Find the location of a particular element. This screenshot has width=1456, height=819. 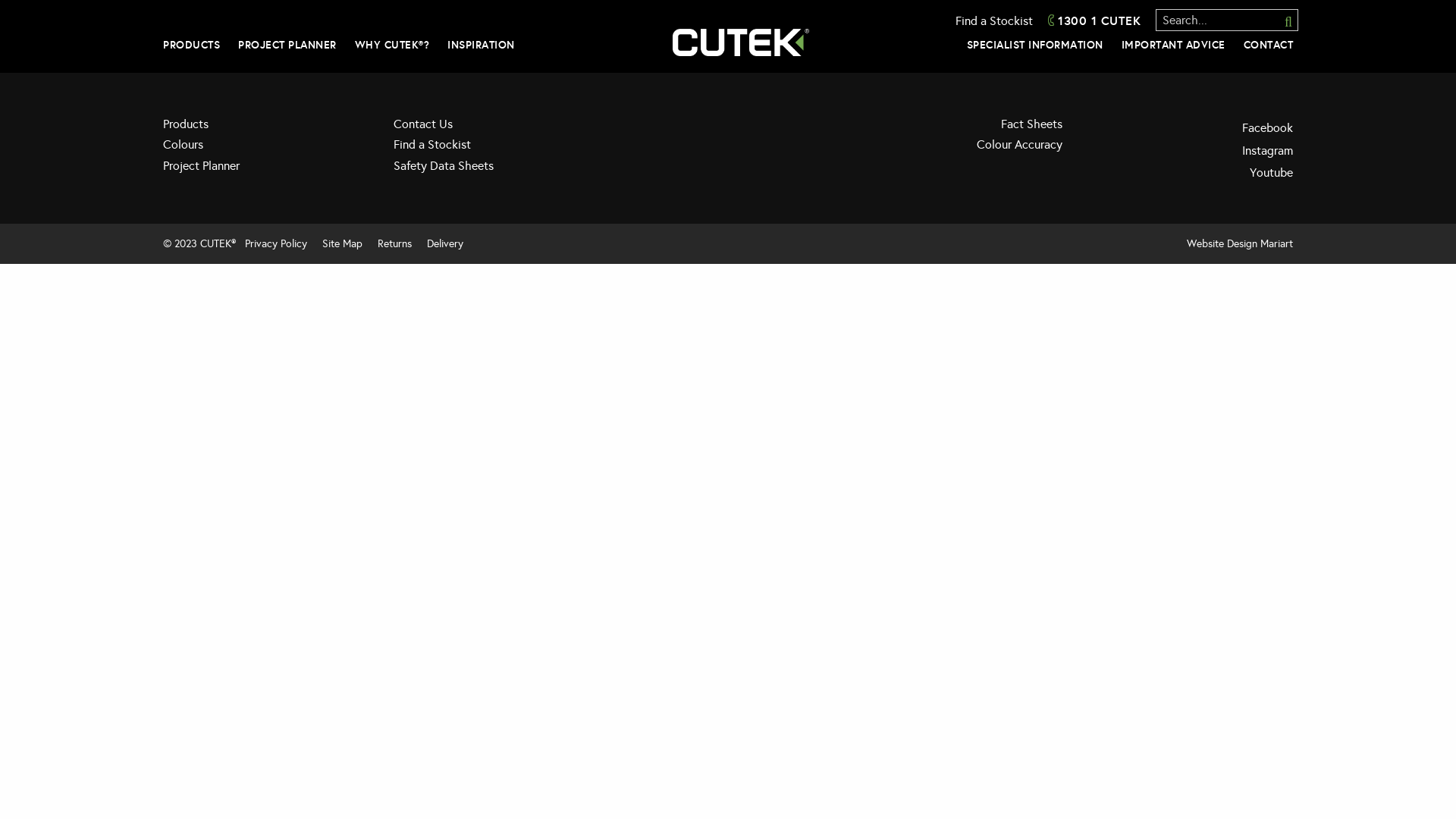

'Facebook' is located at coordinates (1188, 127).